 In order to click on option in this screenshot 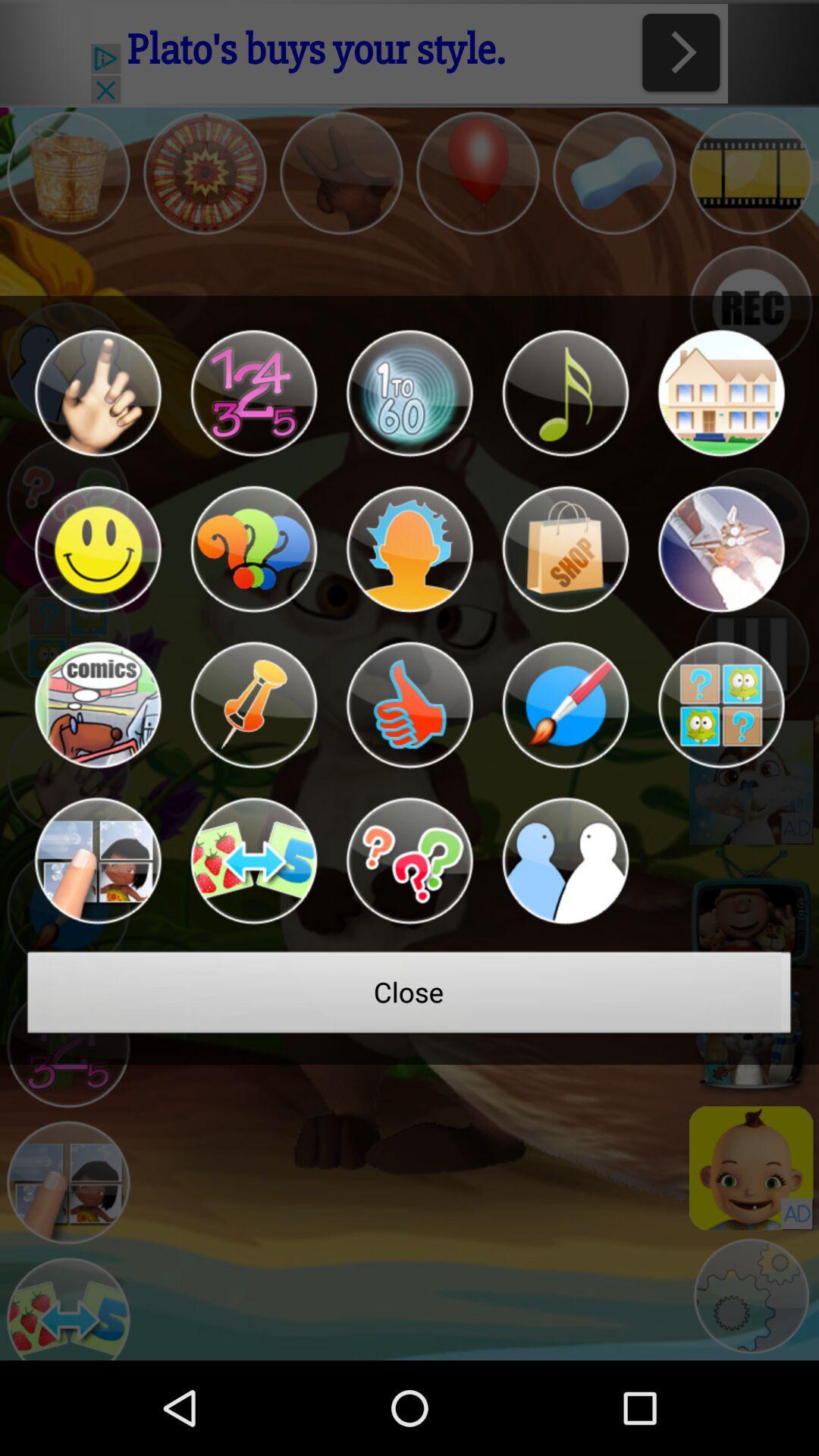, I will do `click(97, 548)`.